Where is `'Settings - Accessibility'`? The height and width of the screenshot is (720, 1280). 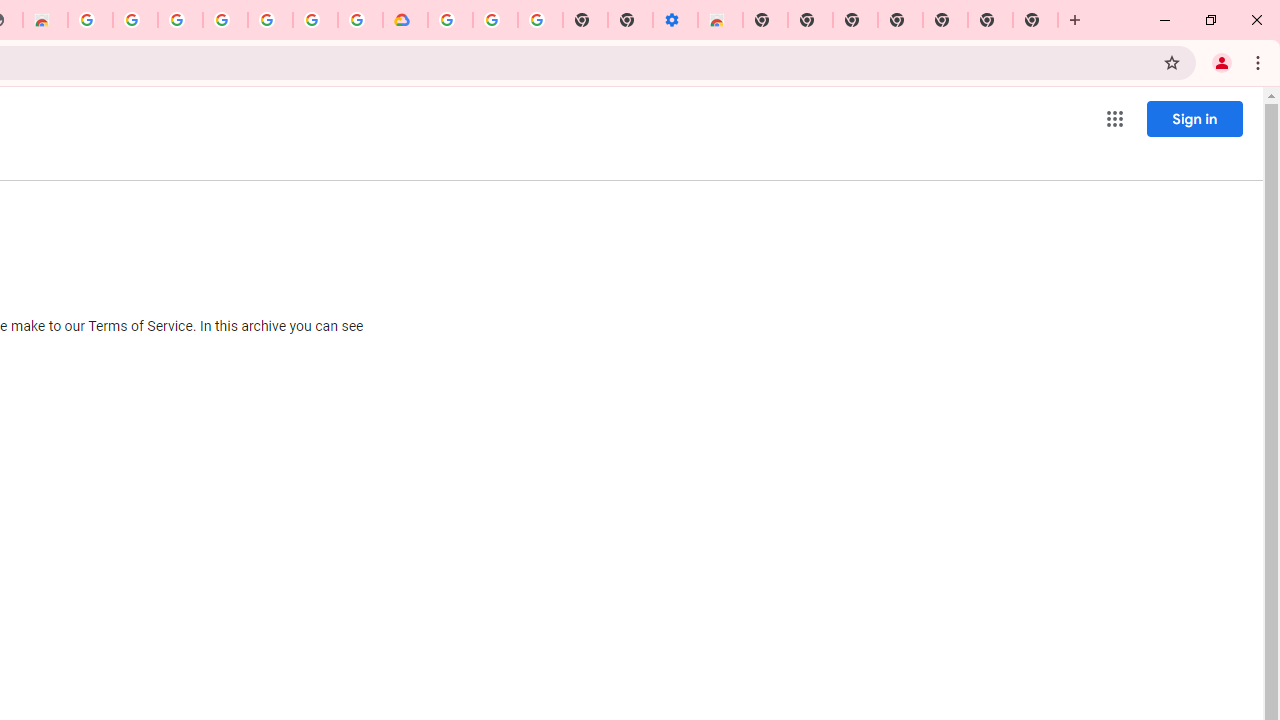 'Settings - Accessibility' is located at coordinates (675, 20).